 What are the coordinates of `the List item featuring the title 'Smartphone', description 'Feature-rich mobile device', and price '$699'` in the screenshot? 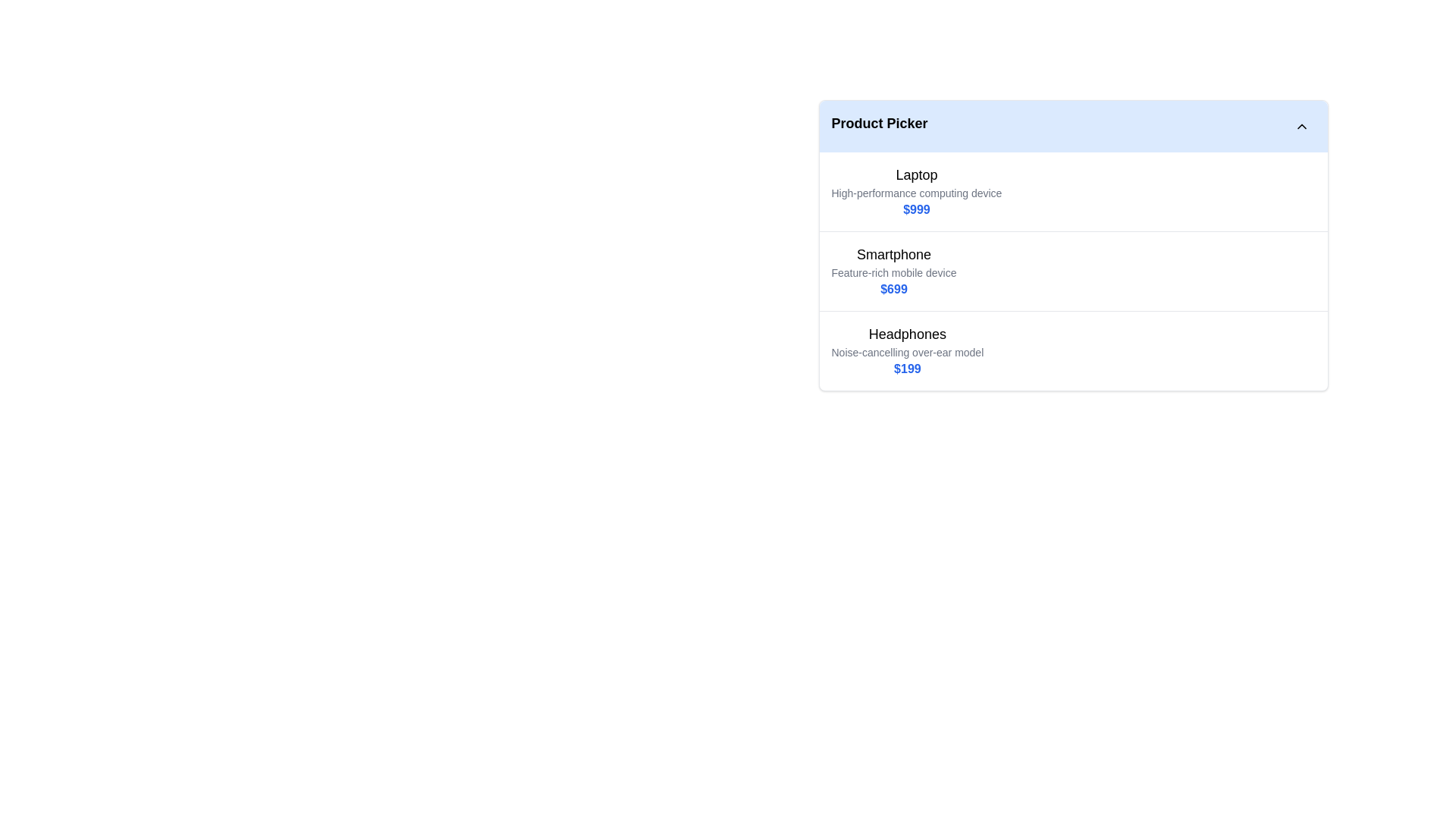 It's located at (1072, 270).